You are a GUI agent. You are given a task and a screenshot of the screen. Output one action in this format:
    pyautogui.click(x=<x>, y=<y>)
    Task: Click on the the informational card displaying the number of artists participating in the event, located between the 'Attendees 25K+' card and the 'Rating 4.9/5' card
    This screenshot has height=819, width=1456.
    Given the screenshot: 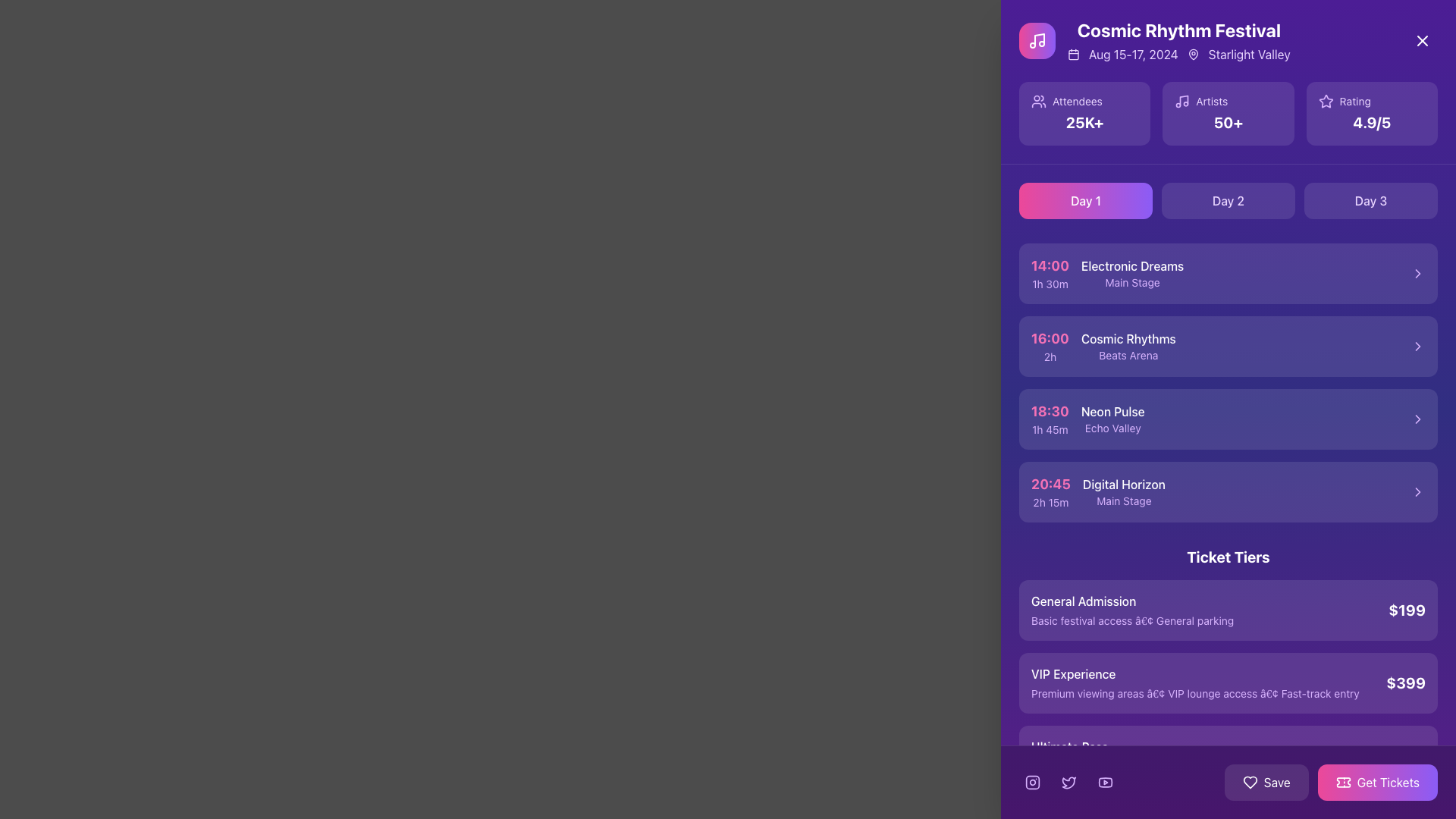 What is the action you would take?
    pyautogui.click(x=1228, y=113)
    